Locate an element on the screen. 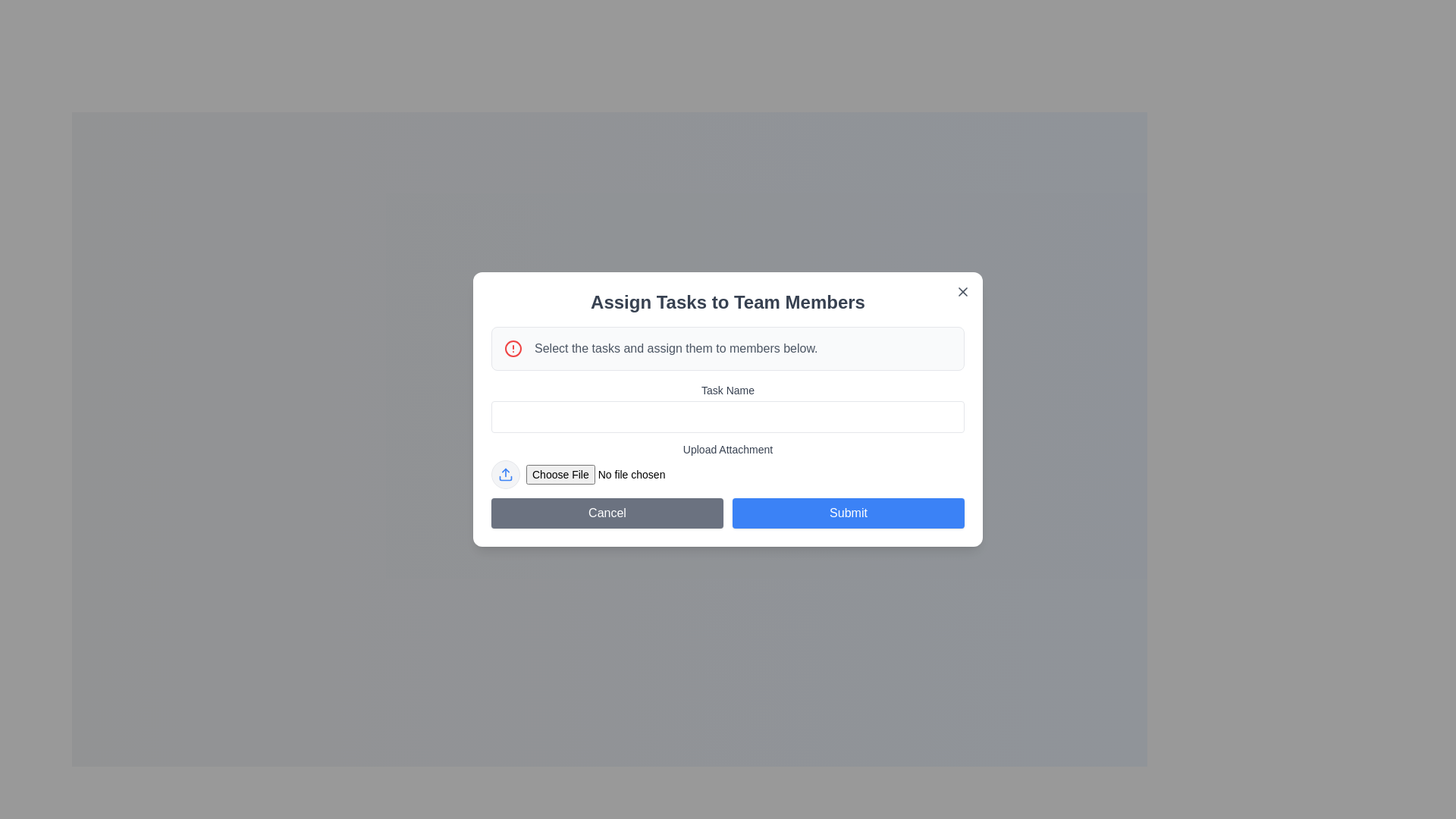 The image size is (1456, 819). the 'Submit' button, which is a rectangular button with rounded corners, blue background, and white text, located in the bottom-right corner of the dialog modal is located at coordinates (847, 513).